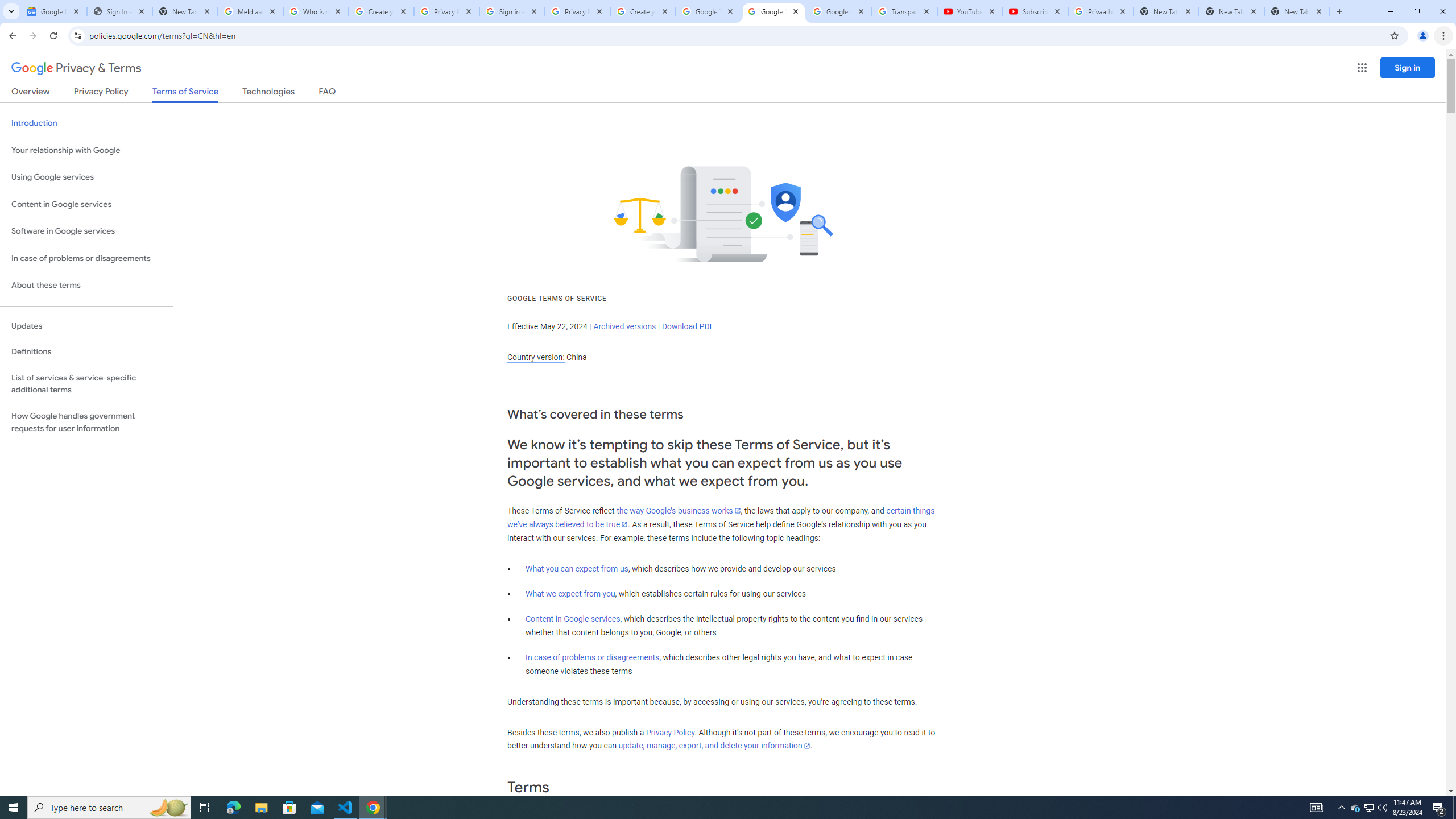 This screenshot has height=819, width=1456. I want to click on 'Using Google services', so click(86, 176).